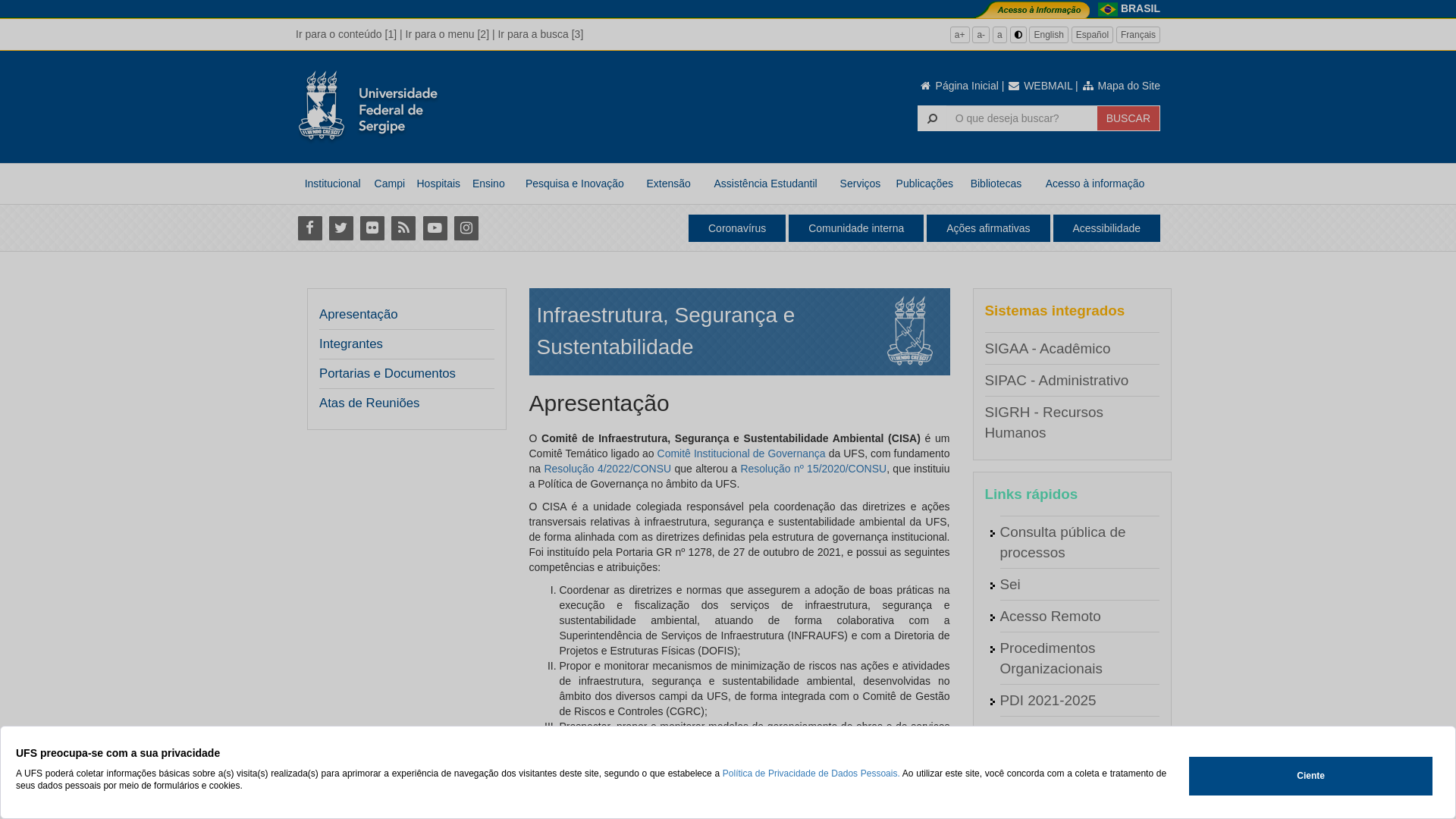 This screenshot has height=819, width=1456. What do you see at coordinates (1049, 616) in the screenshot?
I see `'Acesso Remoto'` at bounding box center [1049, 616].